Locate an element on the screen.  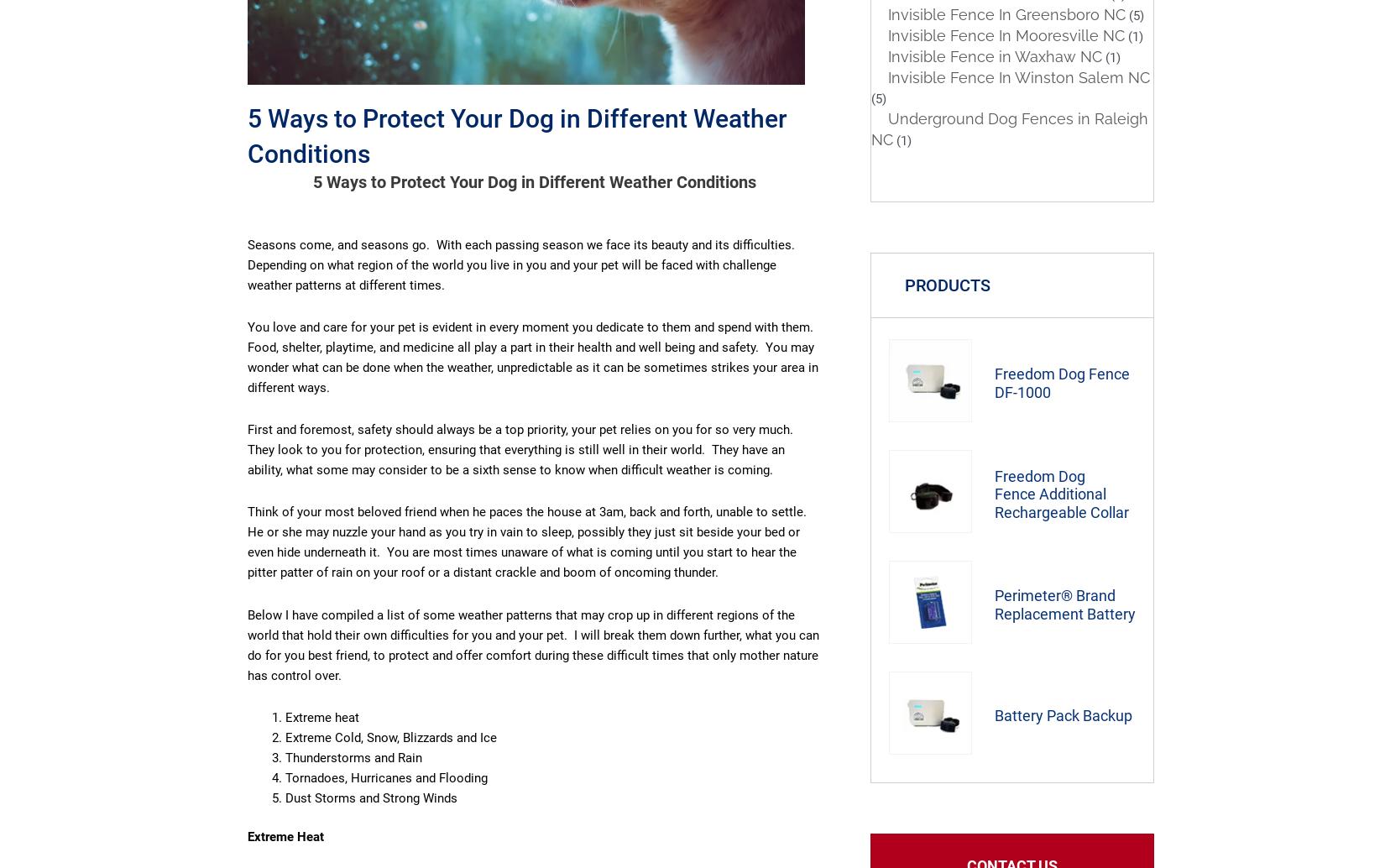
'Underground Dog Fences in Raleigh NC' is located at coordinates (1010, 128).